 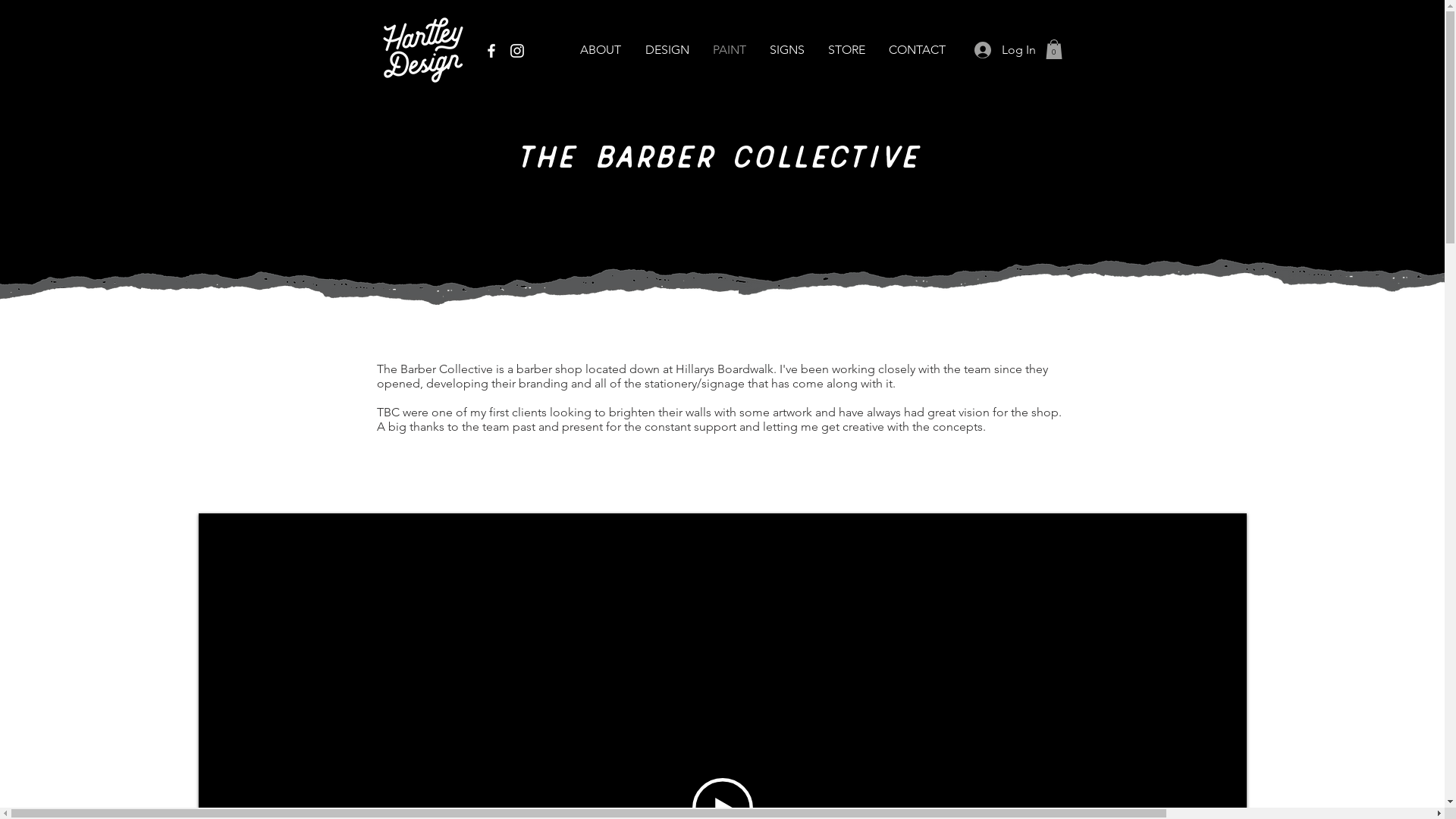 What do you see at coordinates (1052, 49) in the screenshot?
I see `'0'` at bounding box center [1052, 49].